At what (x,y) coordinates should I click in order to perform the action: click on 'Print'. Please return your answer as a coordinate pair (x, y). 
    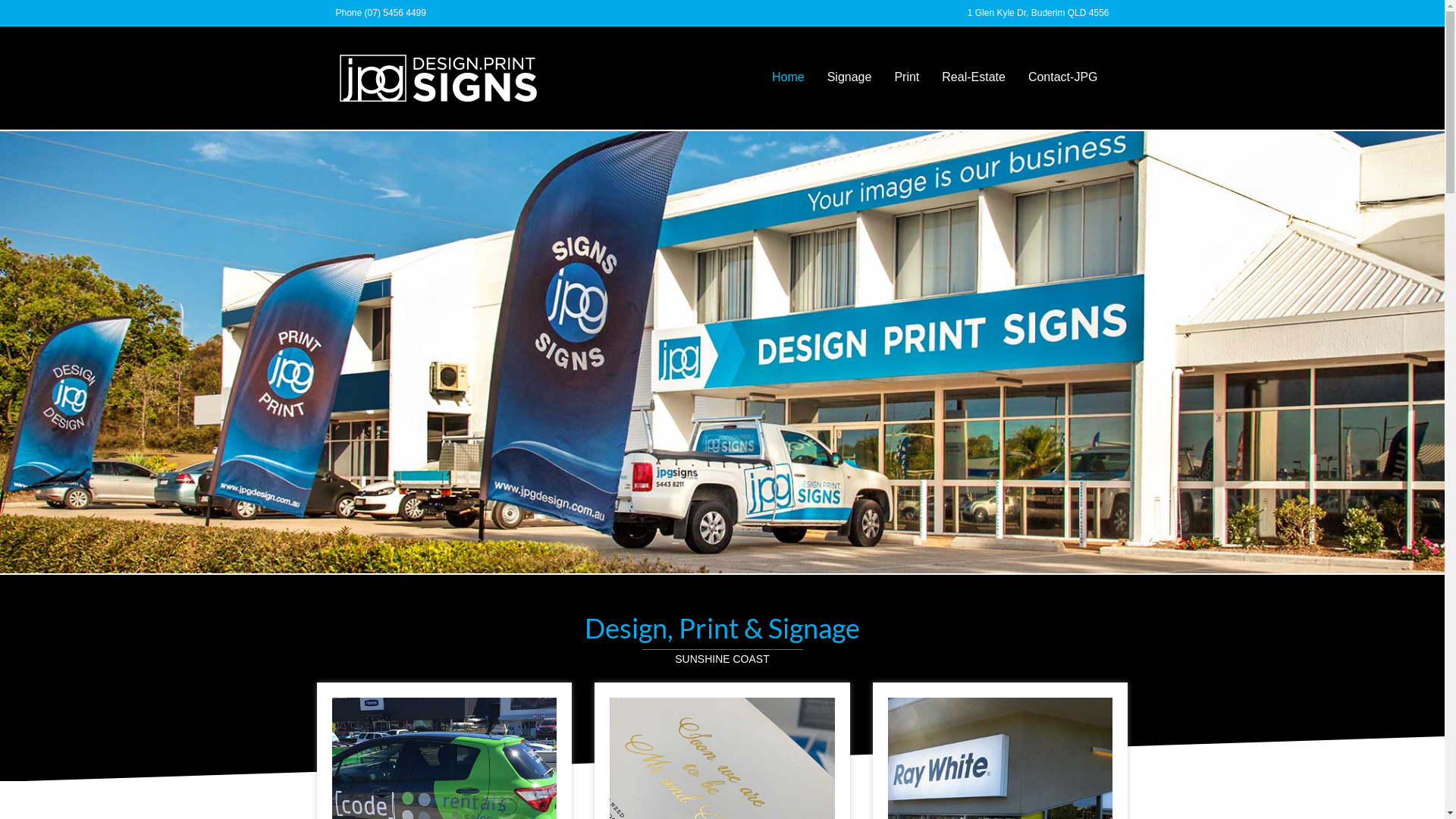
    Looking at the image, I should click on (906, 77).